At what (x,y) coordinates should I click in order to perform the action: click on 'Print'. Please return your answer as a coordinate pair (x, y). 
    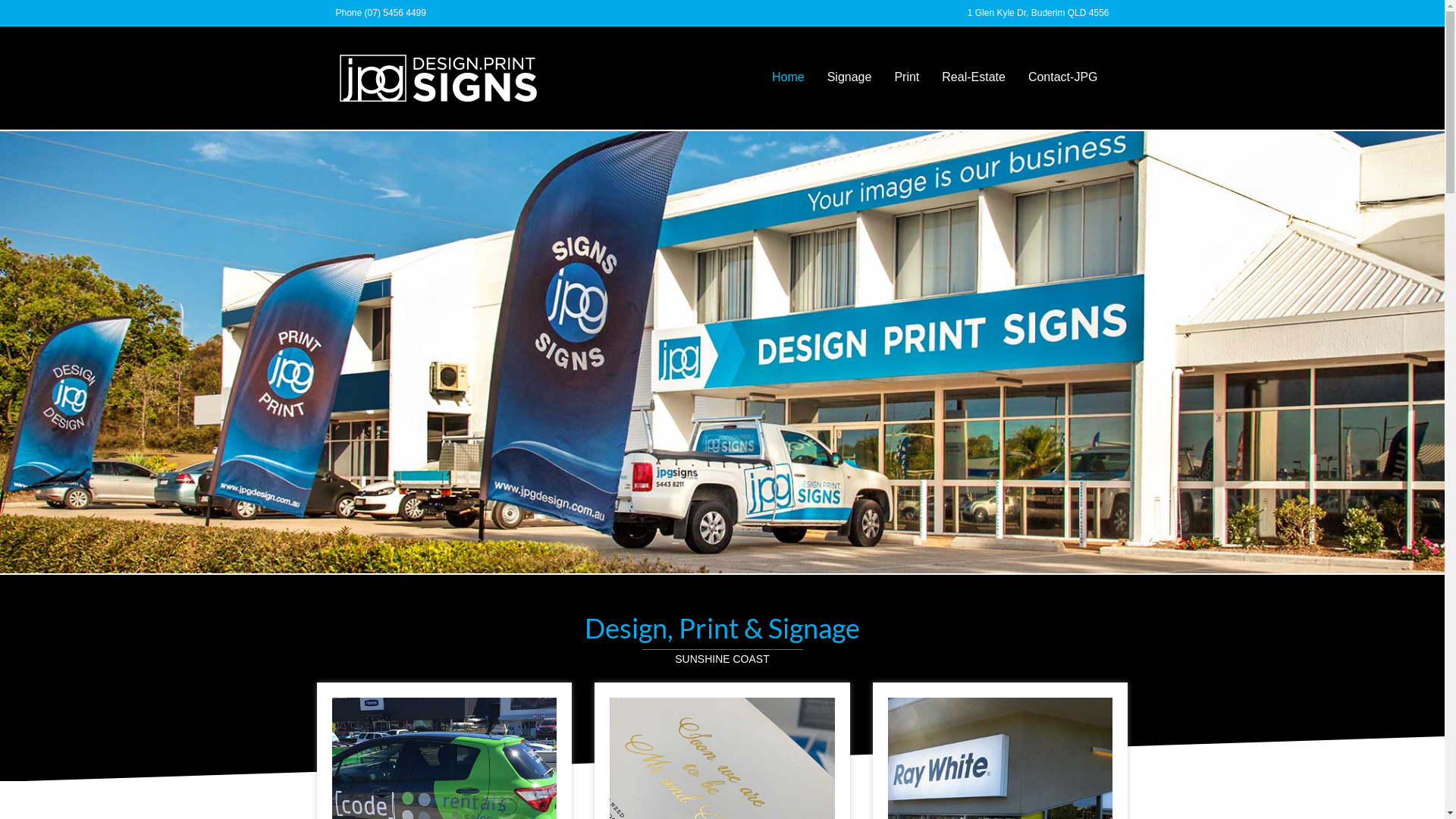
    Looking at the image, I should click on (906, 77).